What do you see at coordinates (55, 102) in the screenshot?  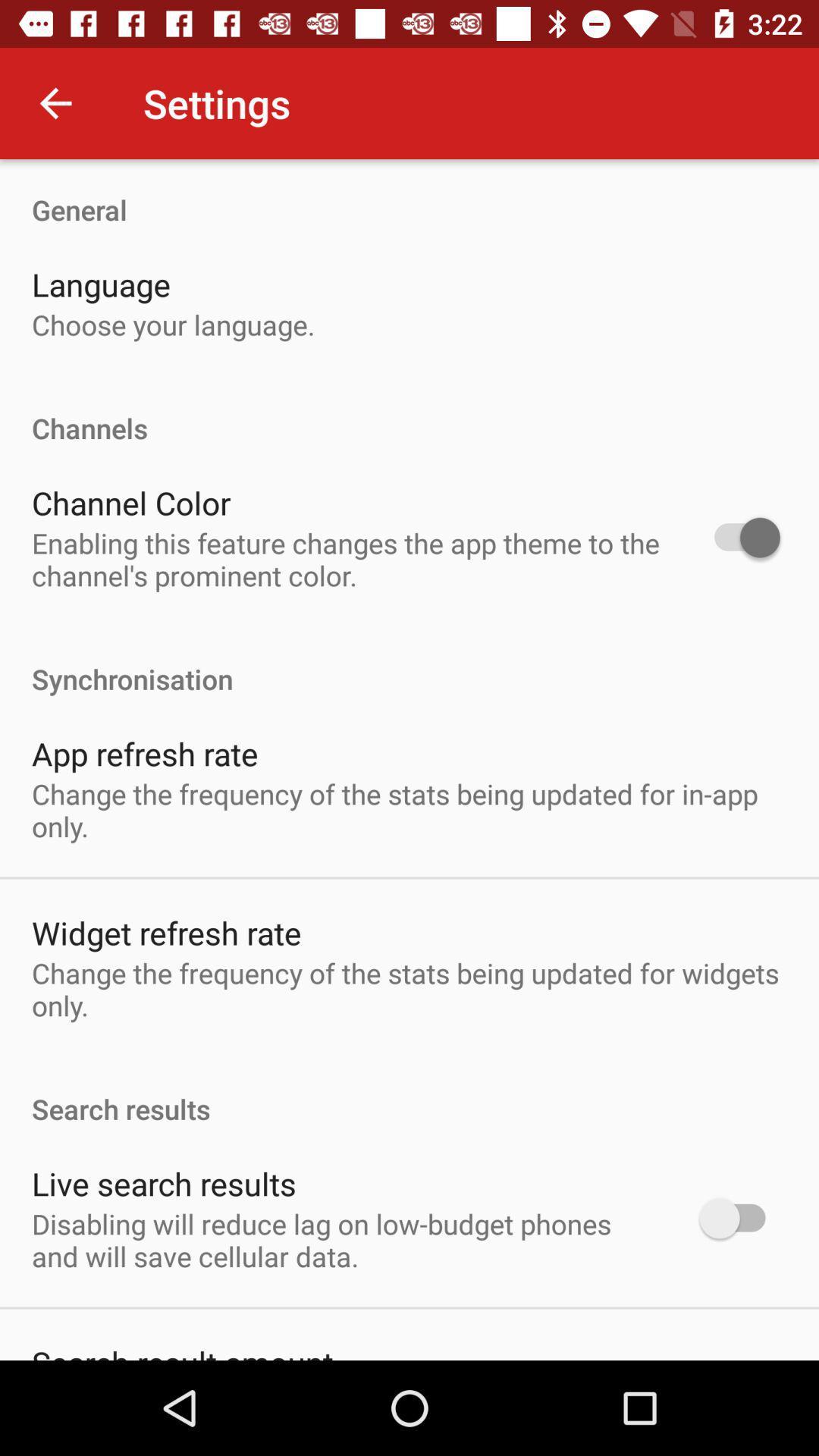 I see `the item above the general` at bounding box center [55, 102].